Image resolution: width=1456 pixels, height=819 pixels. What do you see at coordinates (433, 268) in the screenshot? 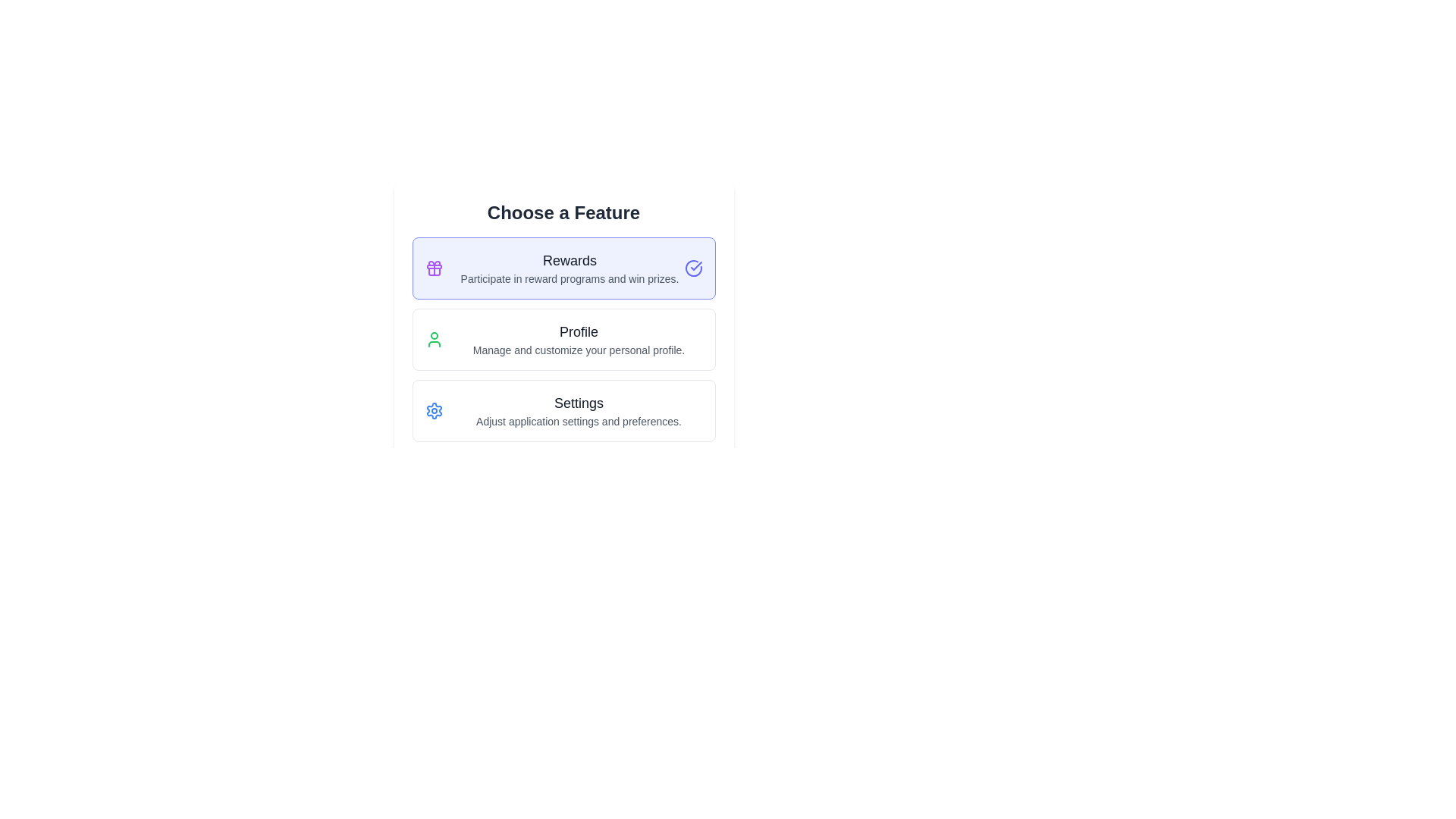
I see `the rewards icon located to the left of the text 'Rewards Participate in reward programs and win prizes.'` at bounding box center [433, 268].